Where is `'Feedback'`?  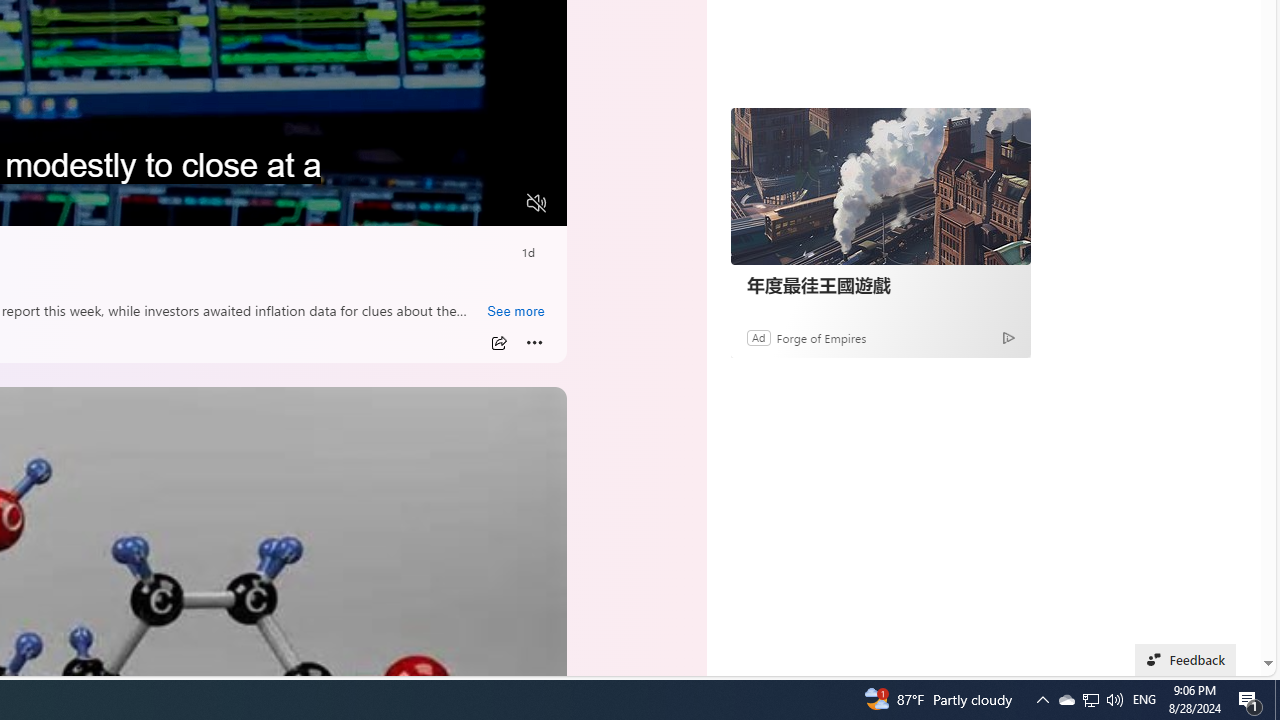
'Feedback' is located at coordinates (1185, 659).